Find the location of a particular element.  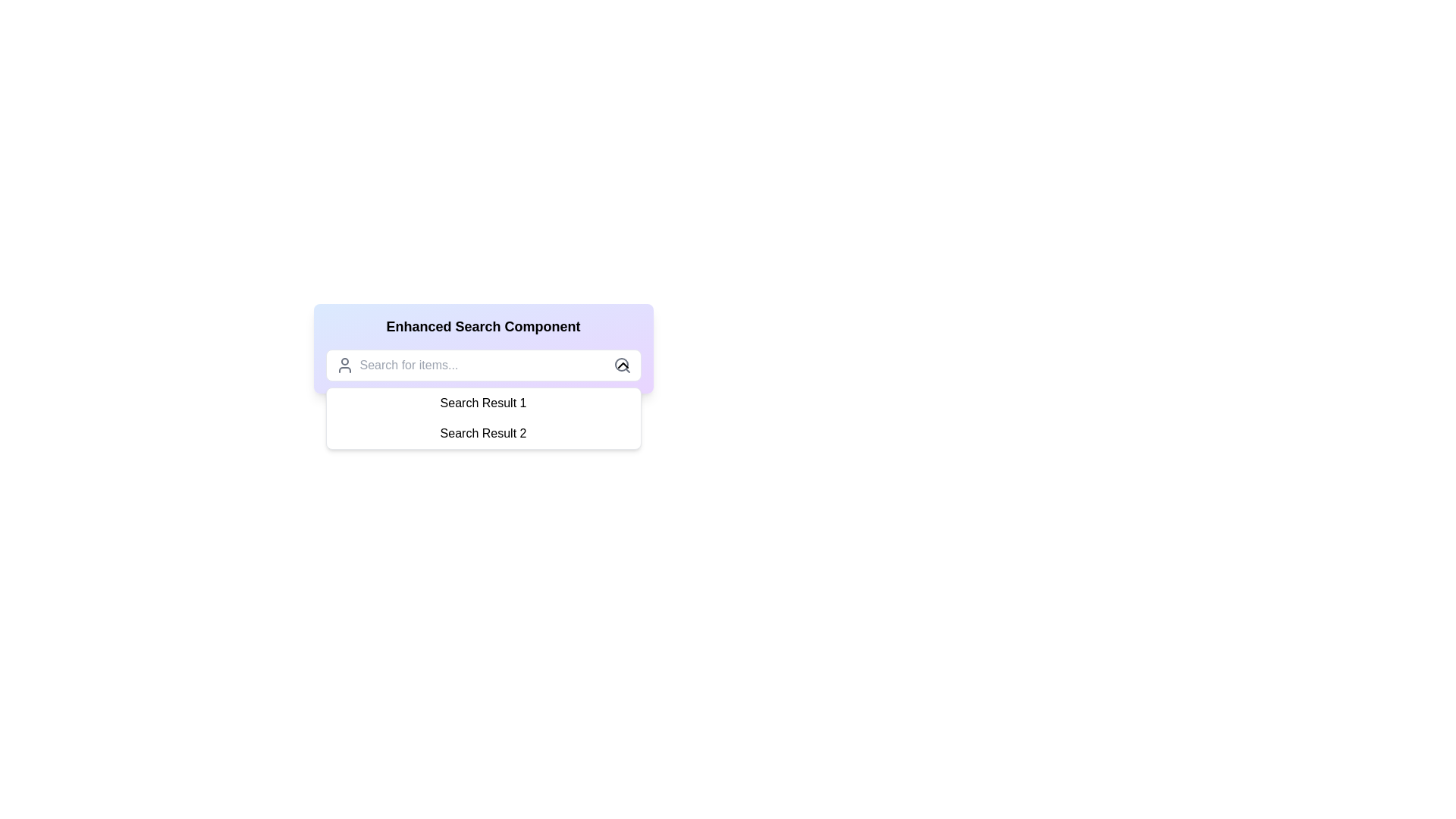

one of the results in the dropdown menu that appears below the search input field, which displays 'Search Result 1' or 'Search Result 2' is located at coordinates (482, 418).